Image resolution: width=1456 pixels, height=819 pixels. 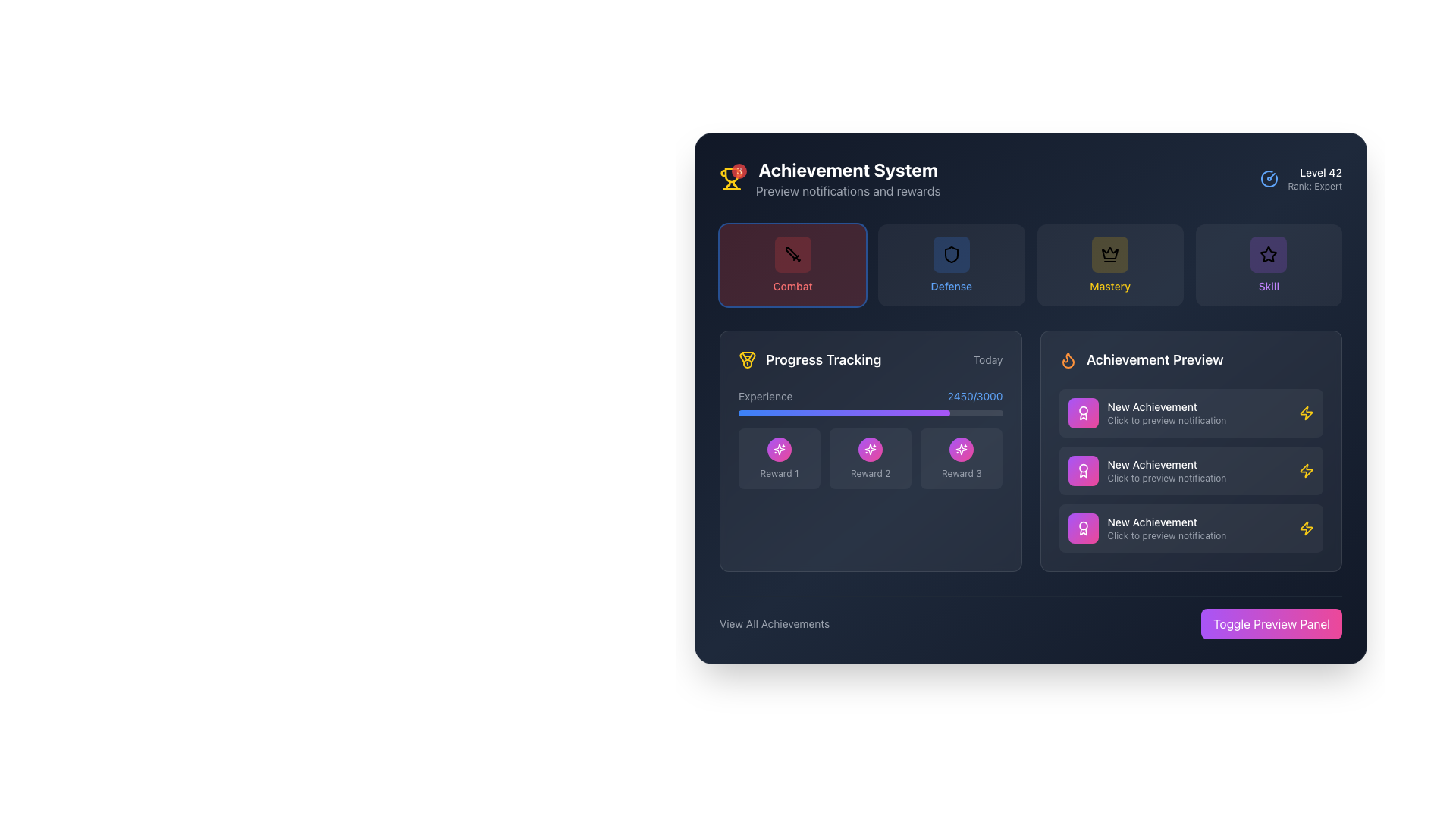 What do you see at coordinates (1269, 177) in the screenshot?
I see `the arc segment of the gauge-like icon located at the top-right corner of the interface, next to the text 'Level 42 Rank: Expert'` at bounding box center [1269, 177].